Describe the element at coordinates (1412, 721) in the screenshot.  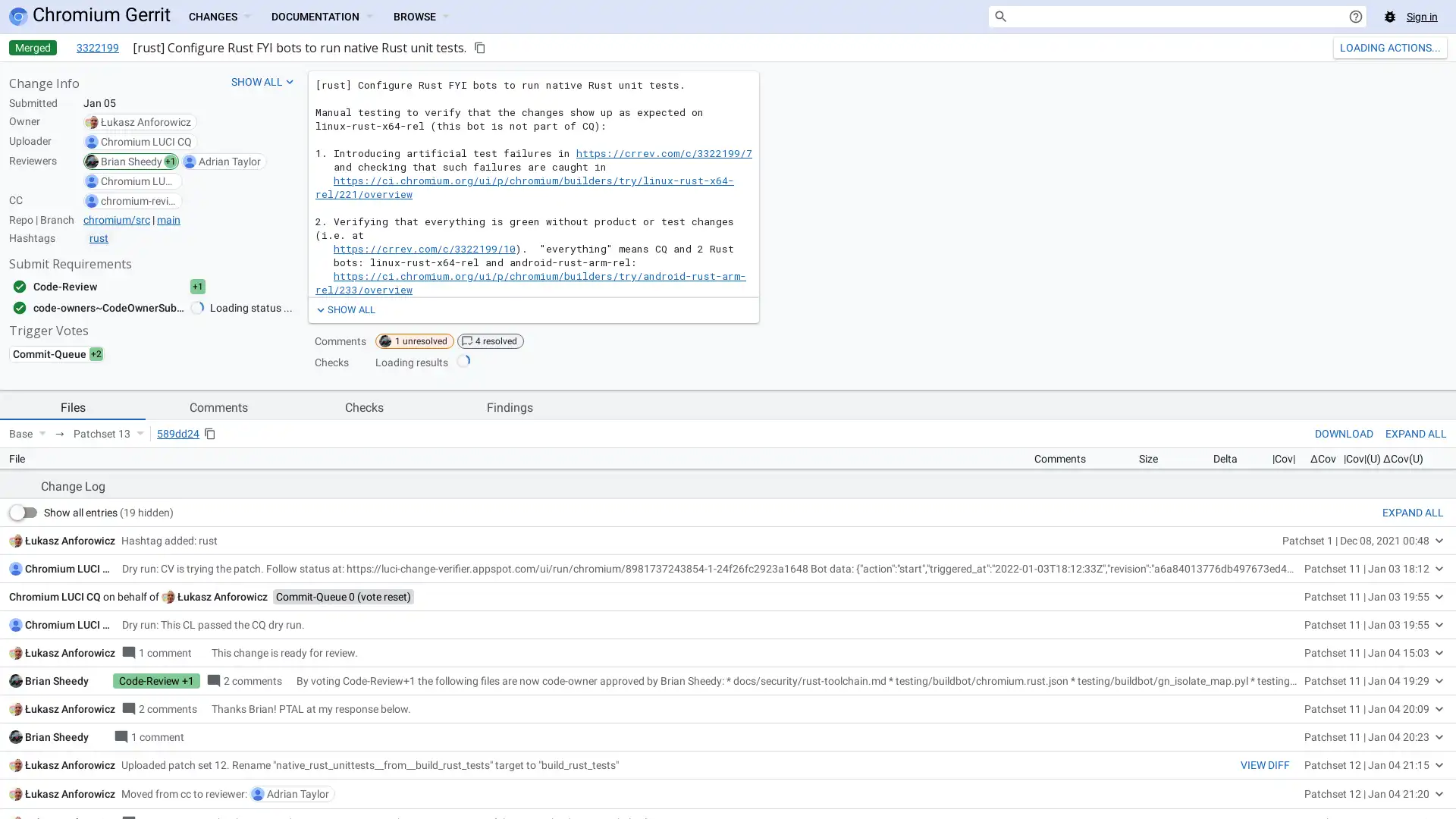
I see `EXPAND ALL` at that location.